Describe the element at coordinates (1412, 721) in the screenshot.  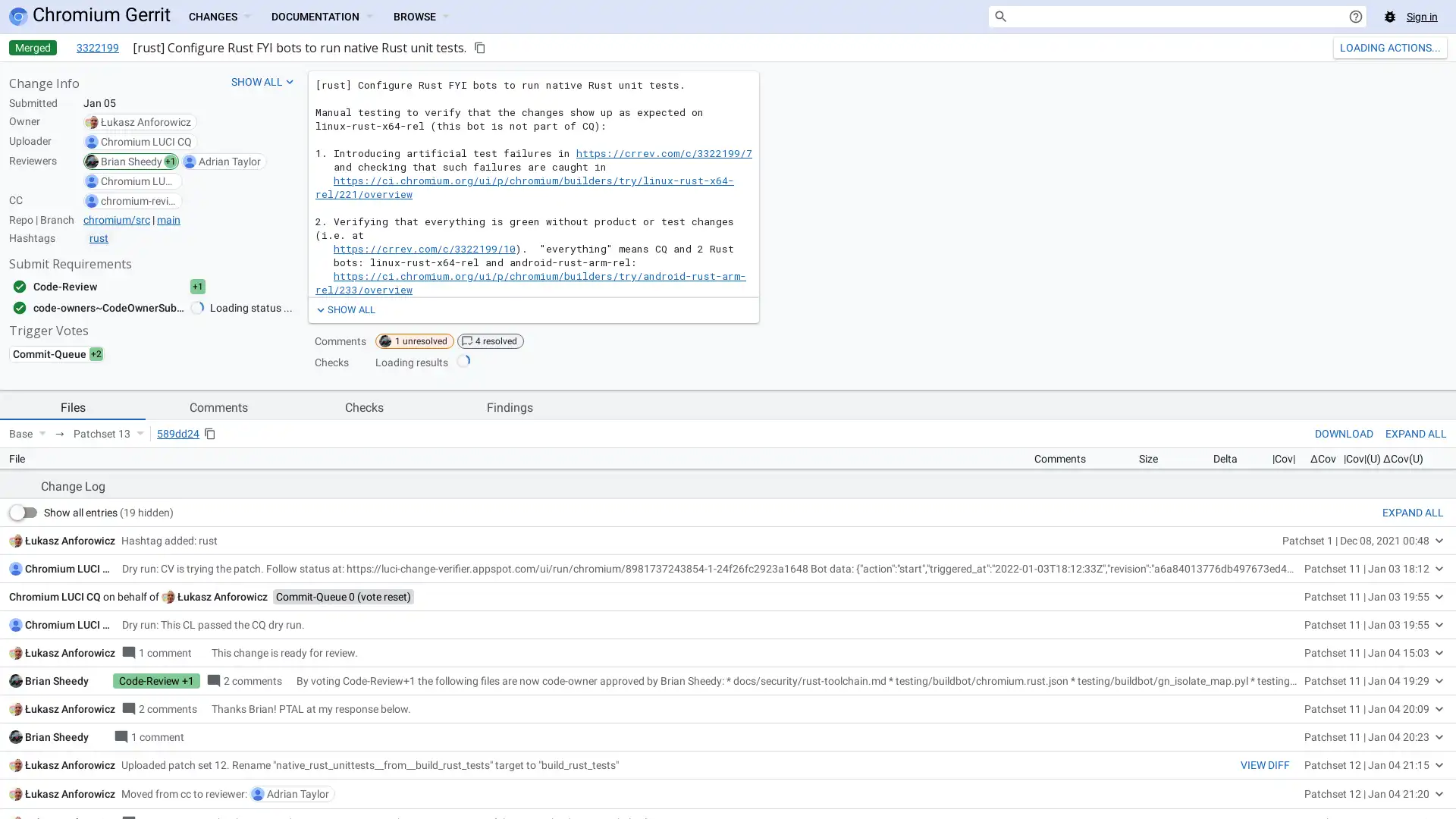
I see `EXPAND ALL` at that location.